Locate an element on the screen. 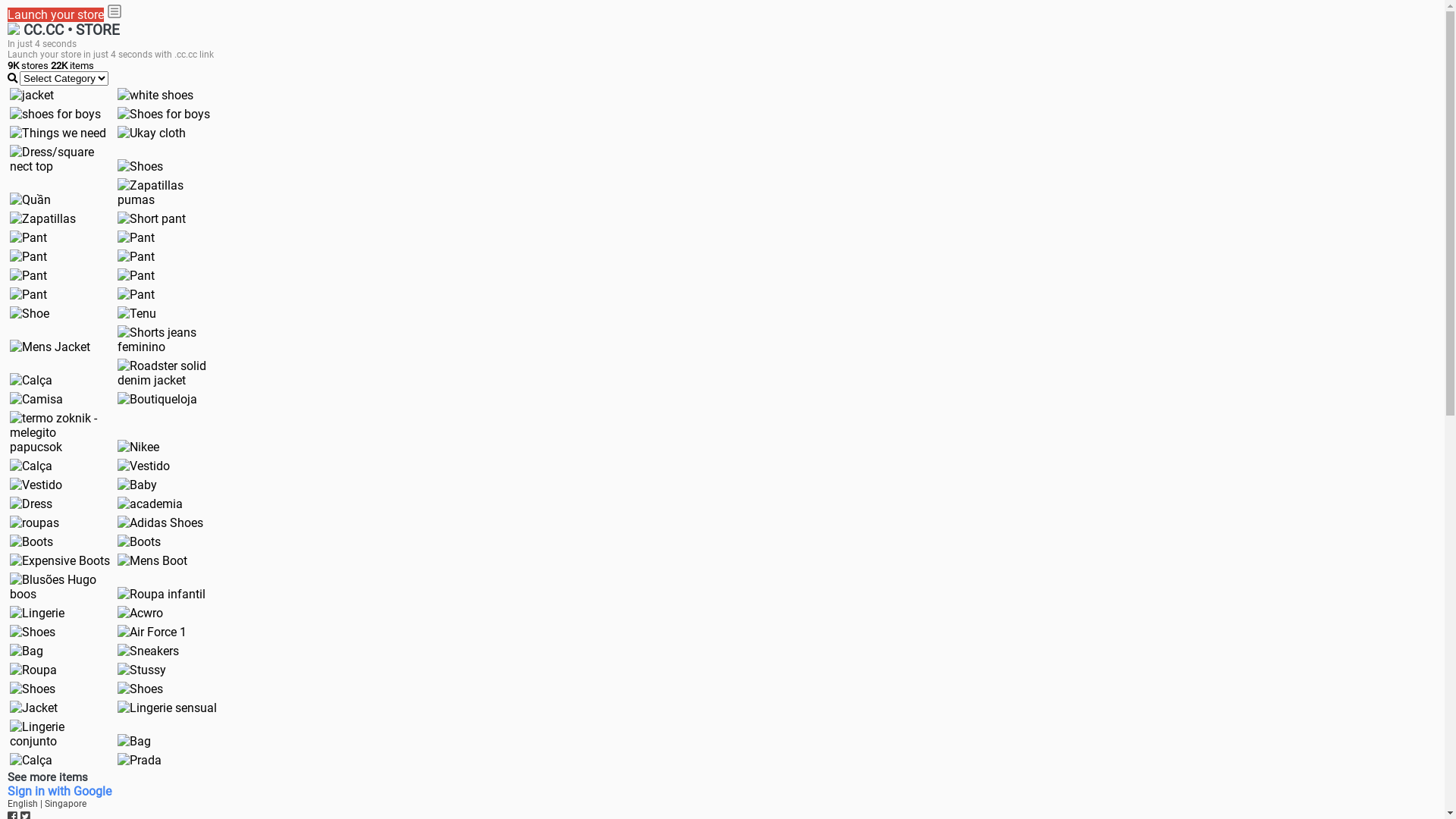 The width and height of the screenshot is (1456, 819). 'Shorts jeans feminino' is located at coordinates (167, 338).